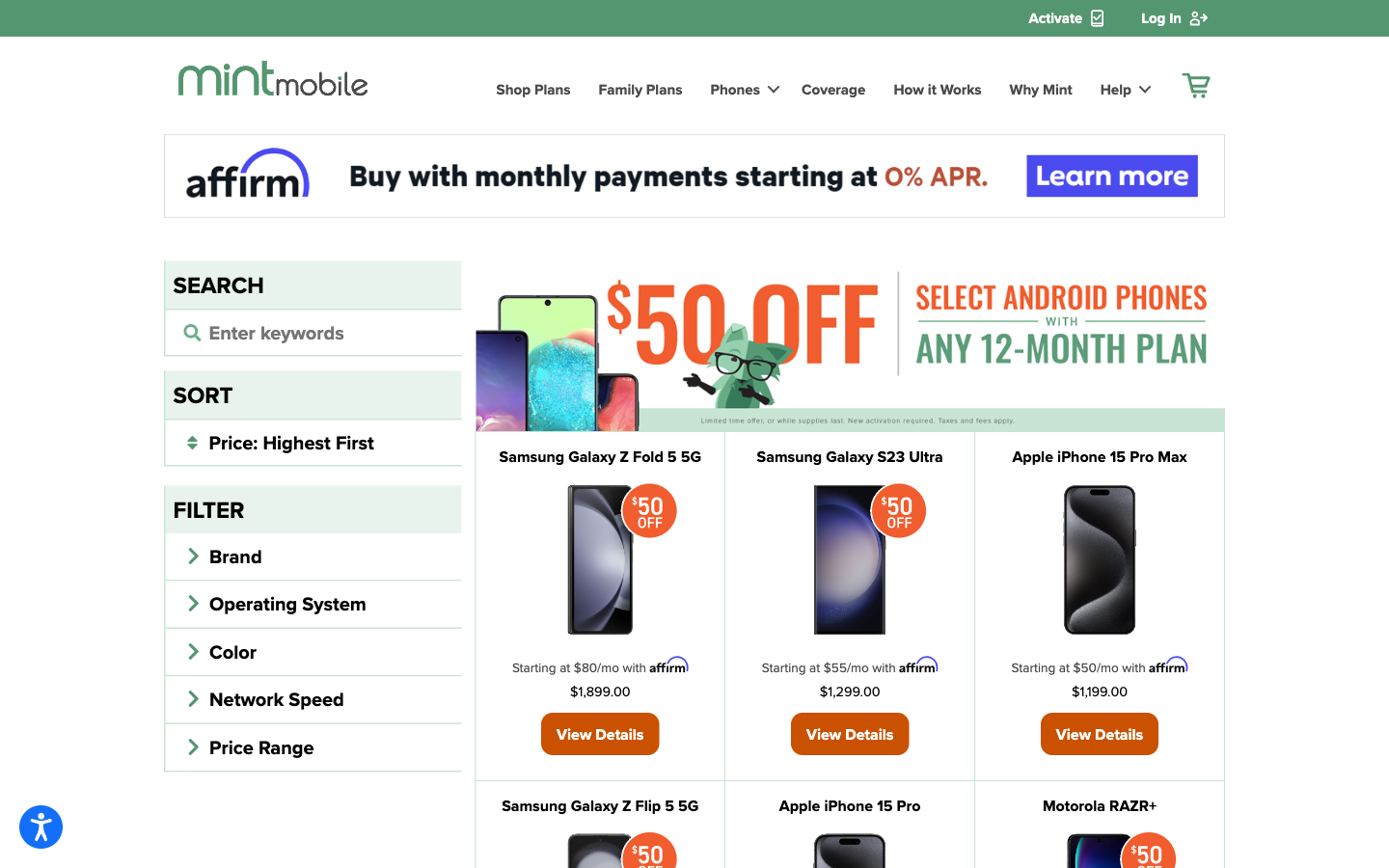 The height and width of the screenshot is (868, 1389). What do you see at coordinates (313, 331) in the screenshot?
I see `all available Samsung phones` at bounding box center [313, 331].